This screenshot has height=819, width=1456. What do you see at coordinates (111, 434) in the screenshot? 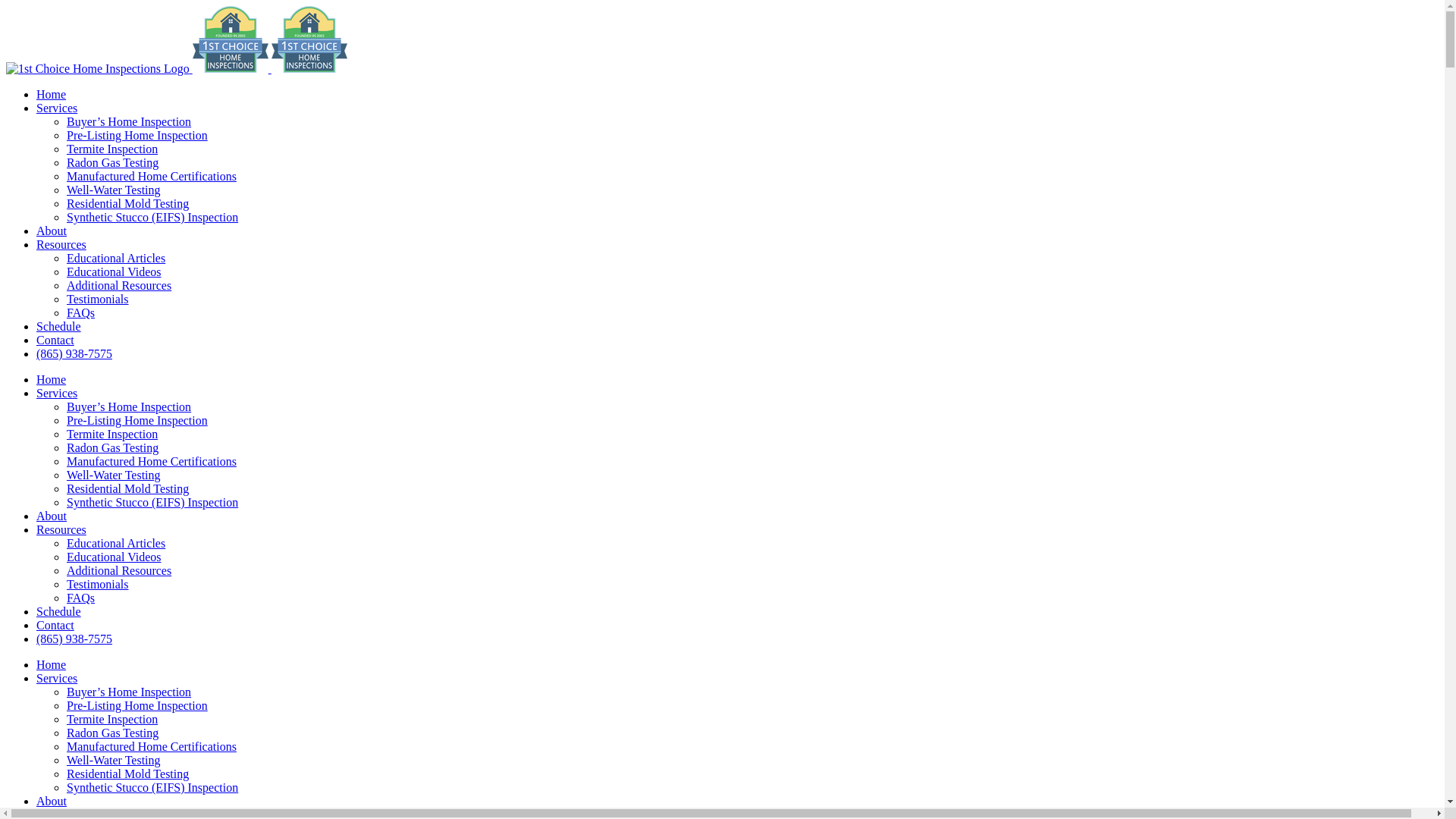
I see `'Termite Inspection'` at bounding box center [111, 434].